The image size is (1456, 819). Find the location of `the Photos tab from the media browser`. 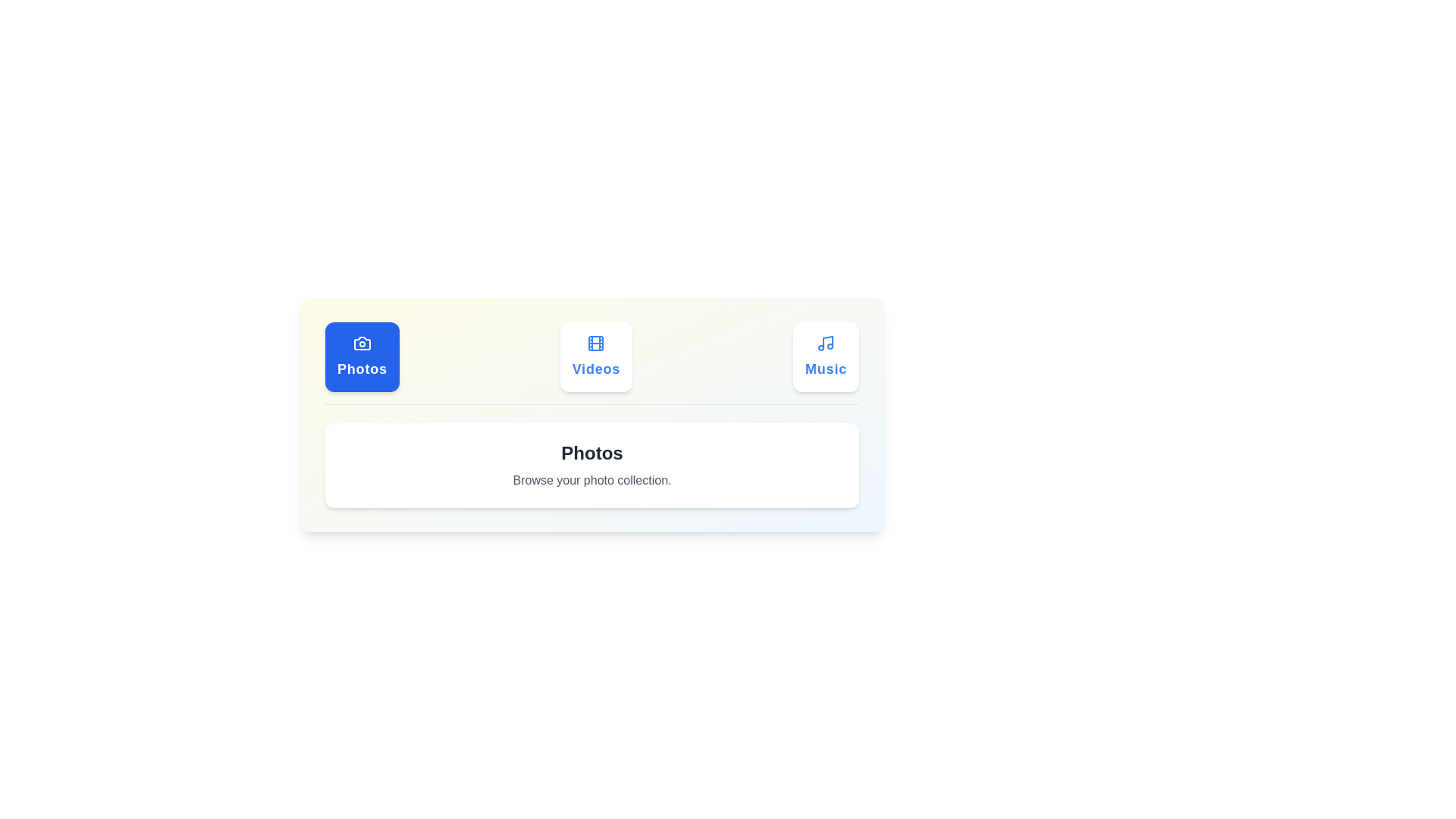

the Photos tab from the media browser is located at coordinates (361, 356).